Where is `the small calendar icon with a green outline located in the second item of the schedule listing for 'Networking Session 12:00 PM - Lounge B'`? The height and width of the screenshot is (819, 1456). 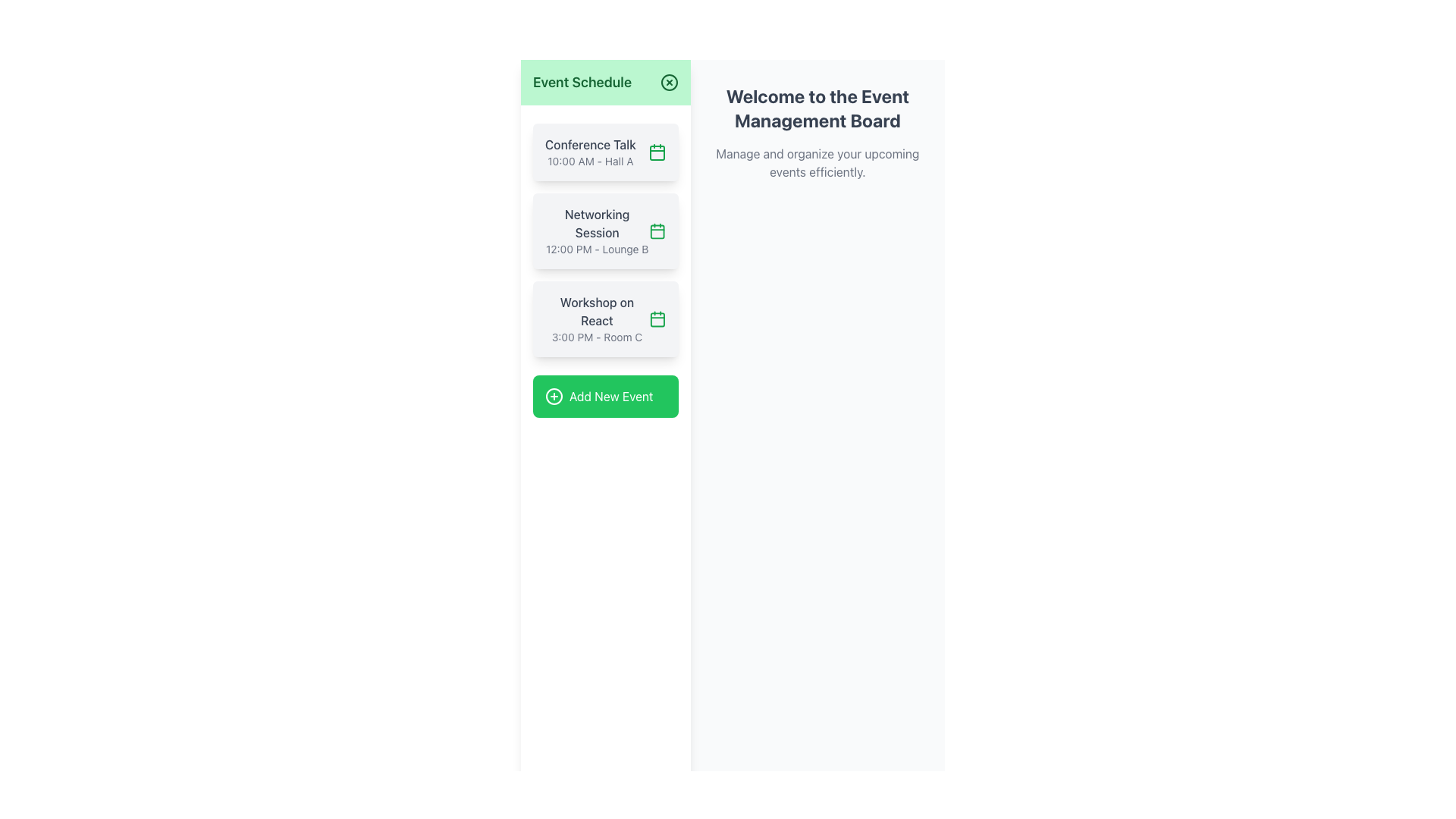
the small calendar icon with a green outline located in the second item of the schedule listing for 'Networking Session 12:00 PM - Lounge B' is located at coordinates (657, 231).